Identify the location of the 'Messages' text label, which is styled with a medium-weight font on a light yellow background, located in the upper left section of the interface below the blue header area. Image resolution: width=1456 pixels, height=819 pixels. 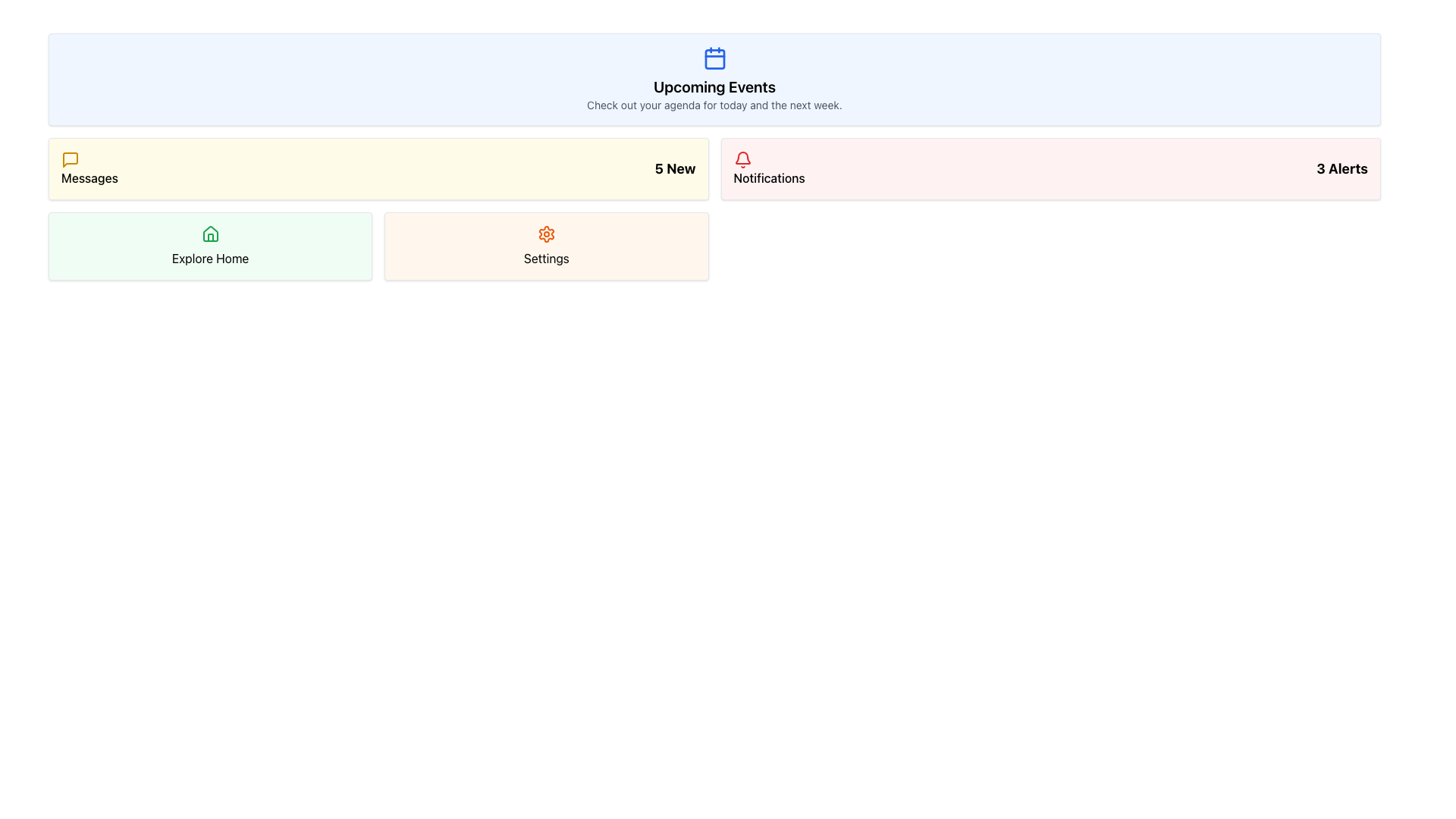
(89, 177).